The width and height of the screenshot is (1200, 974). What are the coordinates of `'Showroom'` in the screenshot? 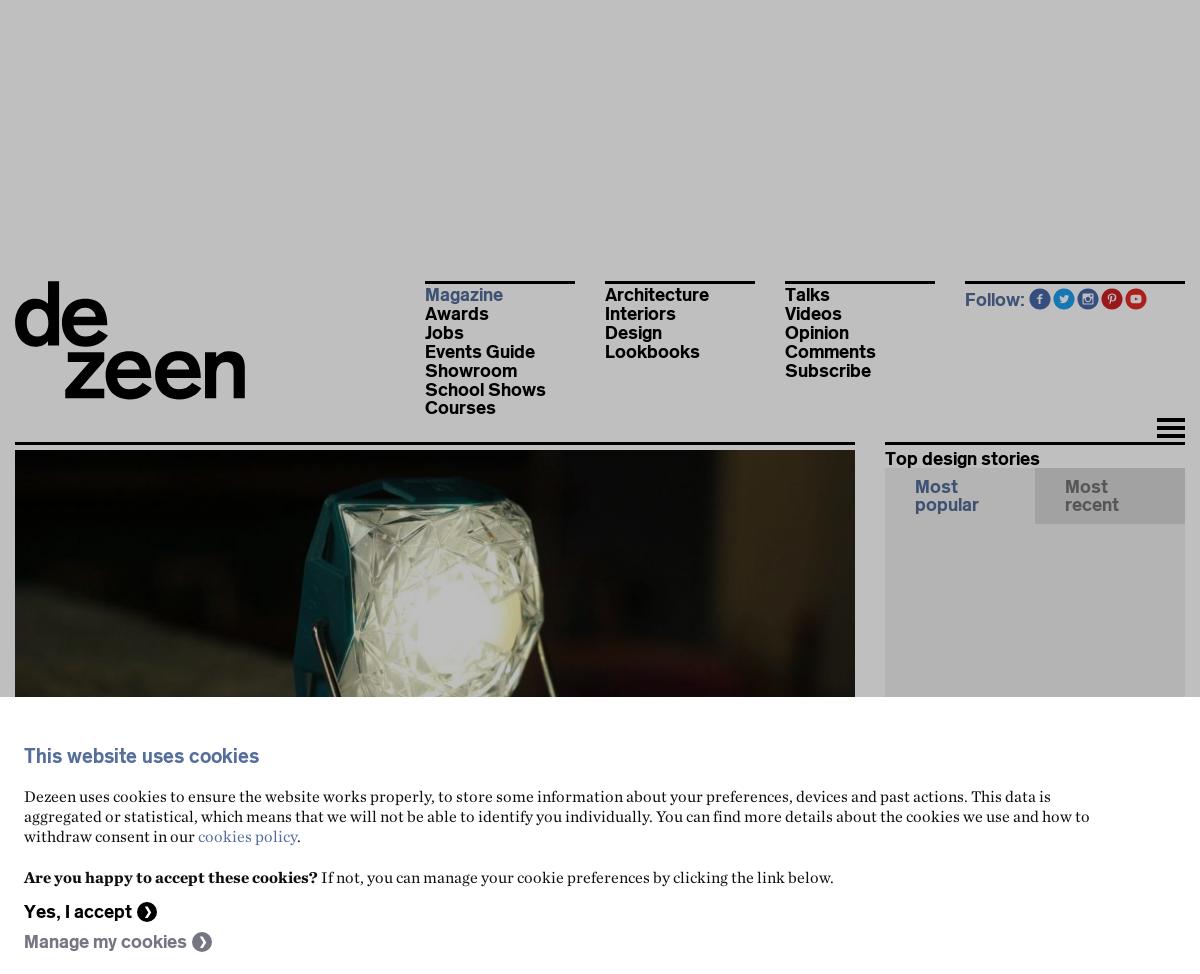 It's located at (470, 370).